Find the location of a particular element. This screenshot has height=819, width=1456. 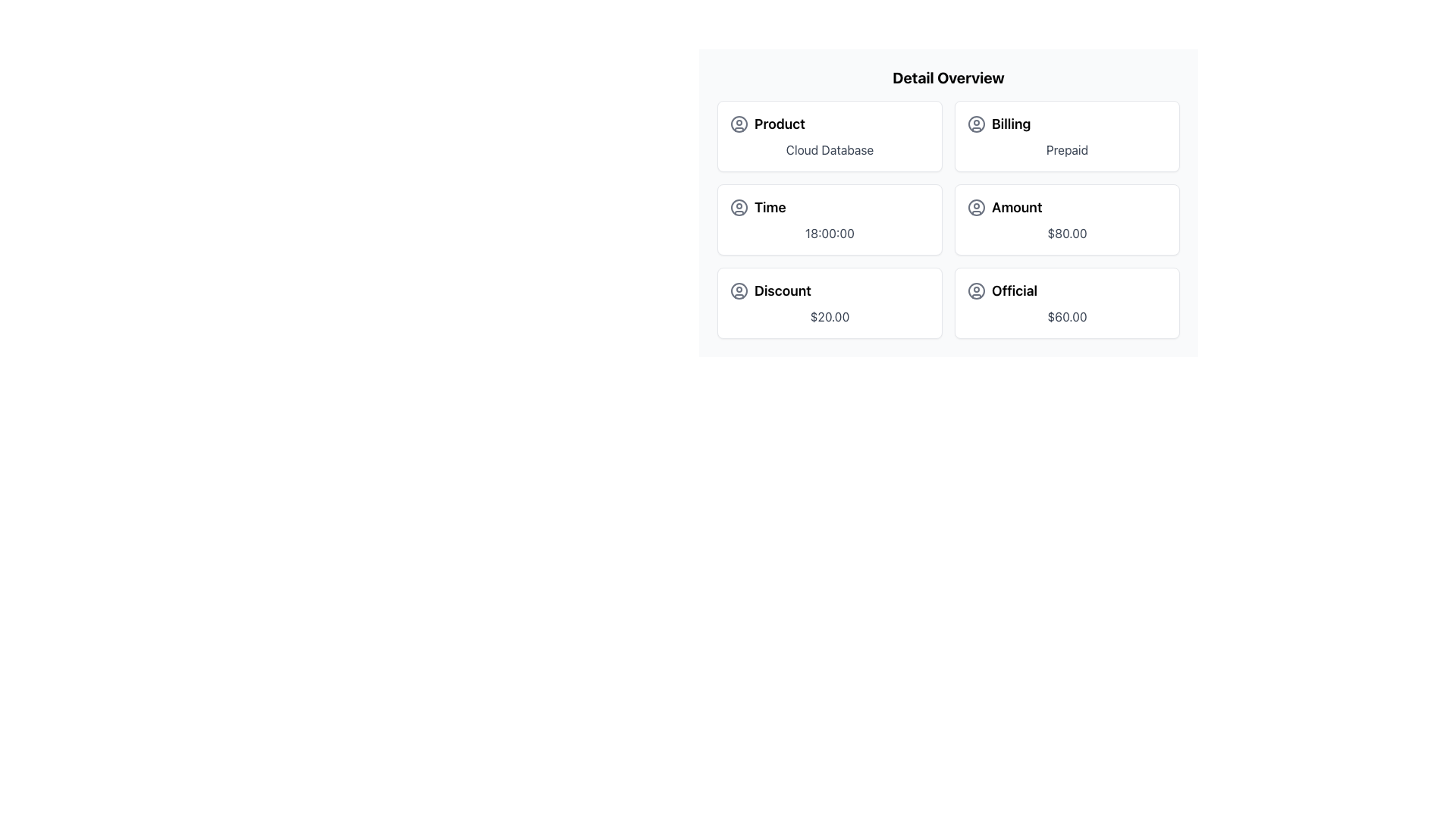

the user profile icon, which is a circular graphical icon with a head and shoulders silhouette, located to the left of the text 'Time' is located at coordinates (739, 207).